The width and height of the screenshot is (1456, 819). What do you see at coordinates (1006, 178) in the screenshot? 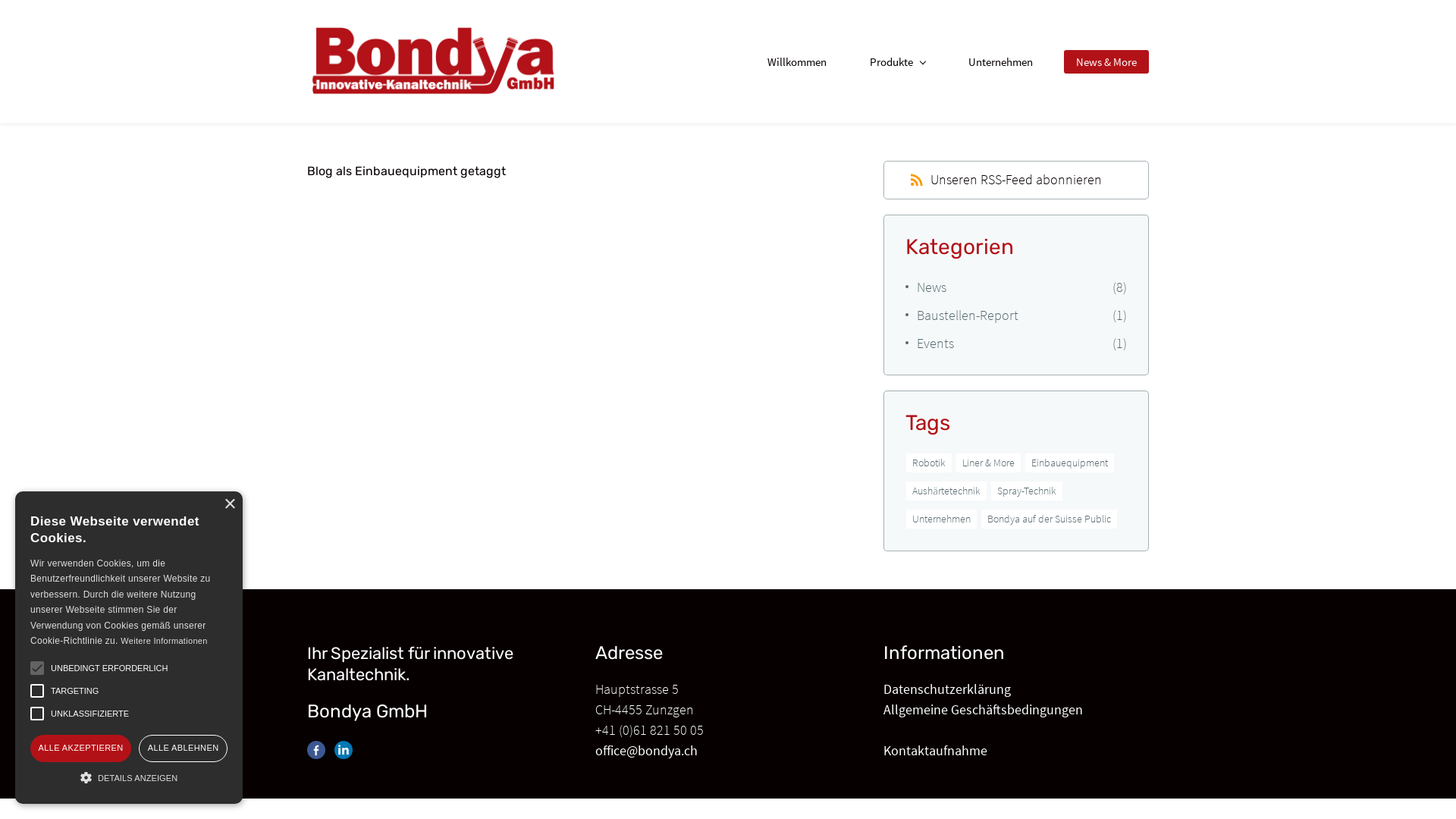
I see `'Unseren RSS-Feed abonnieren'` at bounding box center [1006, 178].